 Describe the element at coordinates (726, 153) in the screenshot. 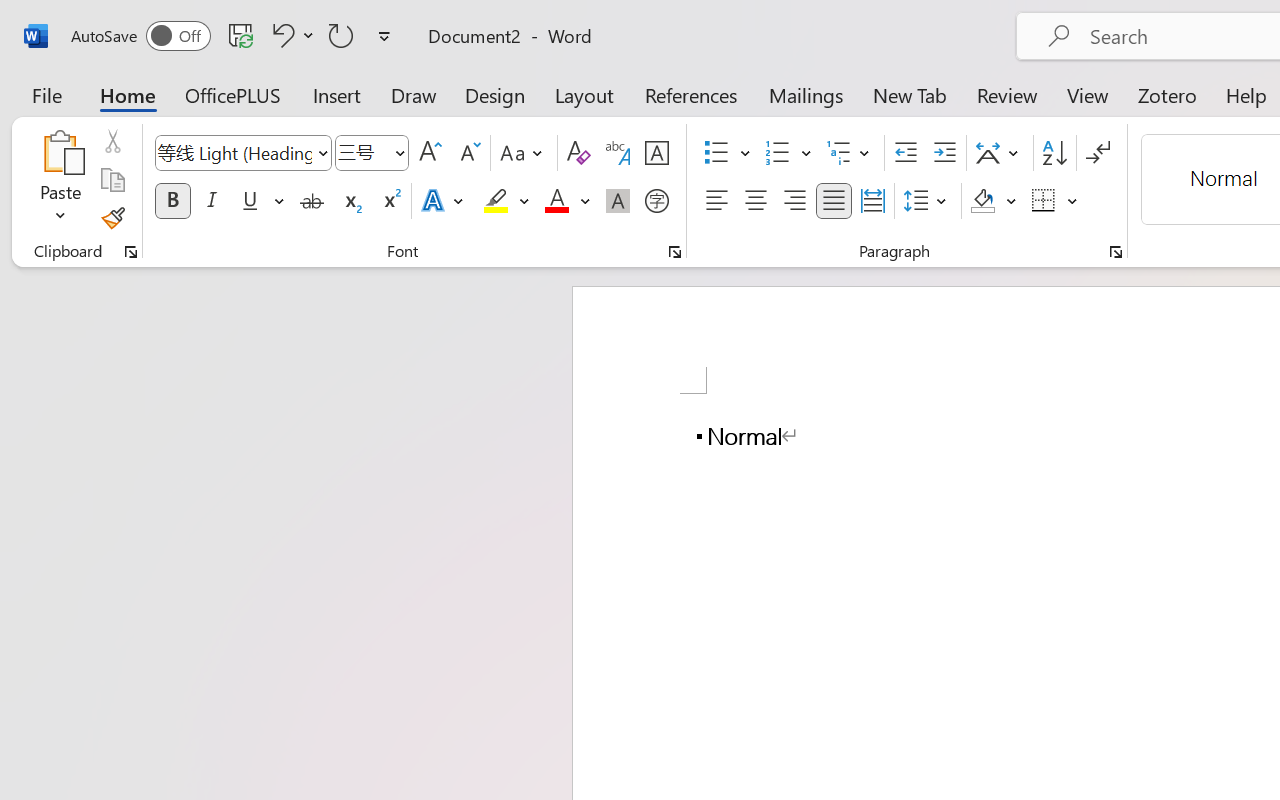

I see `'Bullets'` at that location.